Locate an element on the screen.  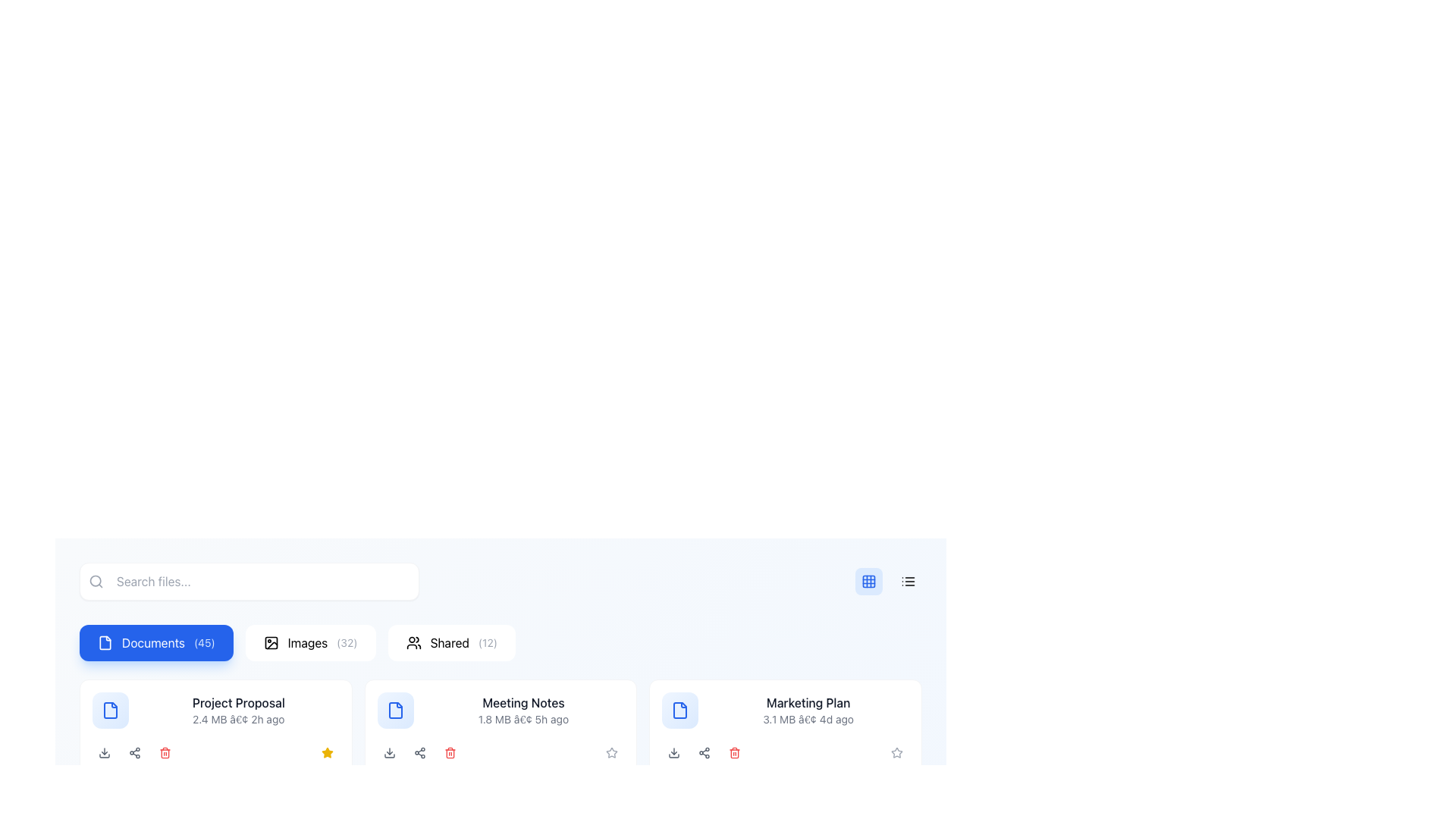
the star-shaped icon button located at the far-right side of the third card is located at coordinates (896, 752).